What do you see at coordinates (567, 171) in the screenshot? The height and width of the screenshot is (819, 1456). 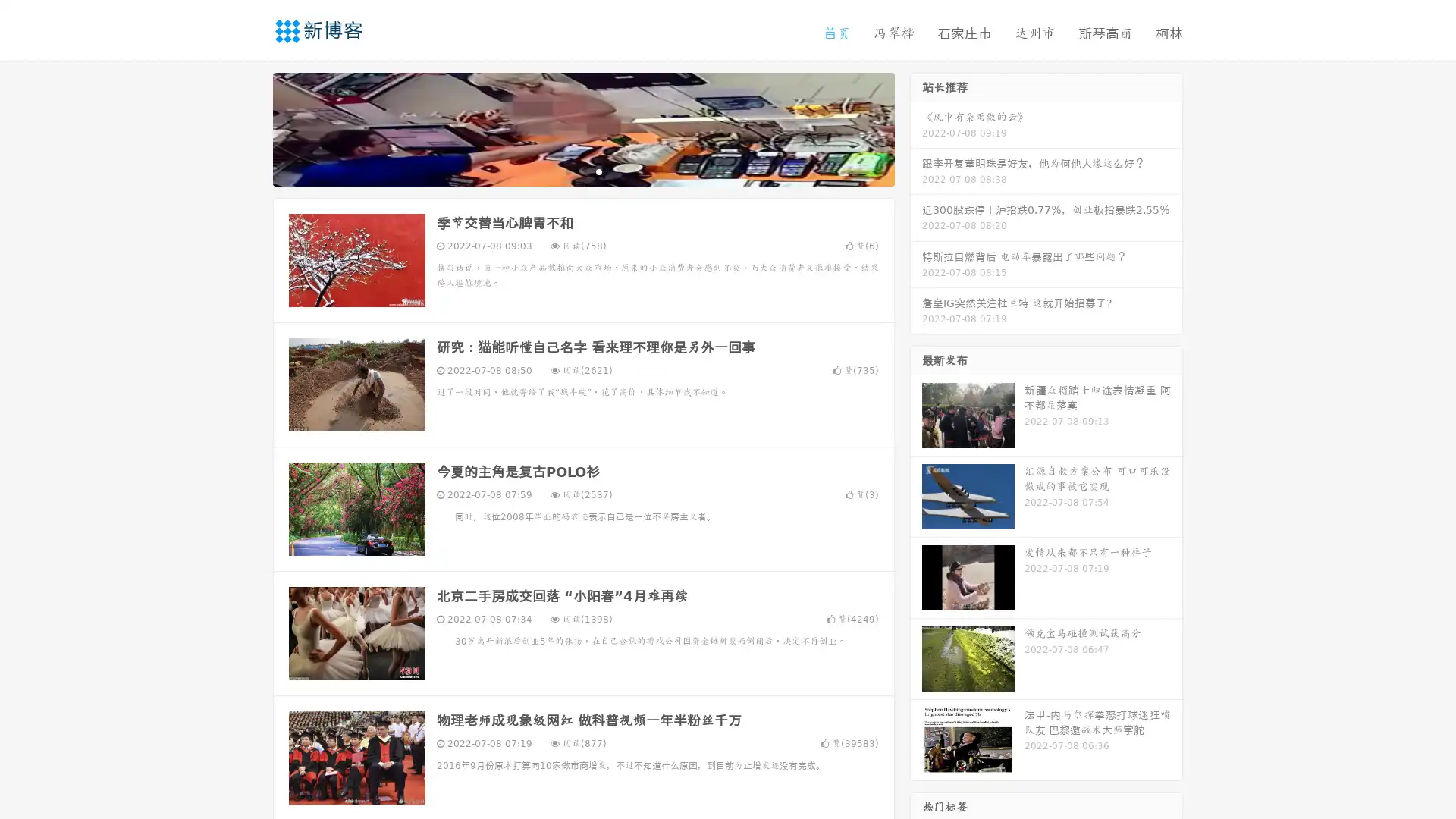 I see `Go to slide 1` at bounding box center [567, 171].